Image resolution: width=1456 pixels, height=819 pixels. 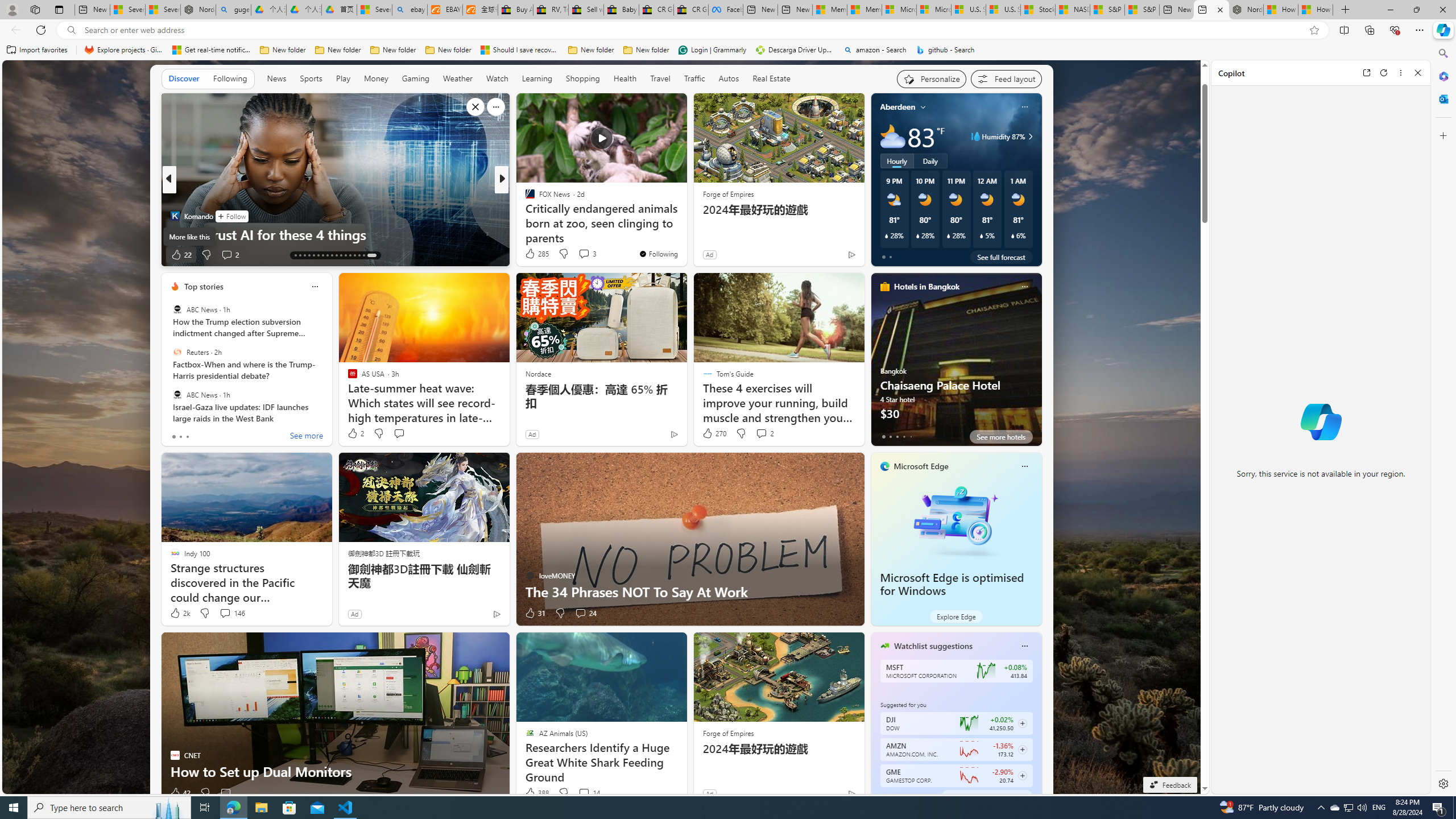 I want to click on 'Top stories', so click(x=204, y=286).